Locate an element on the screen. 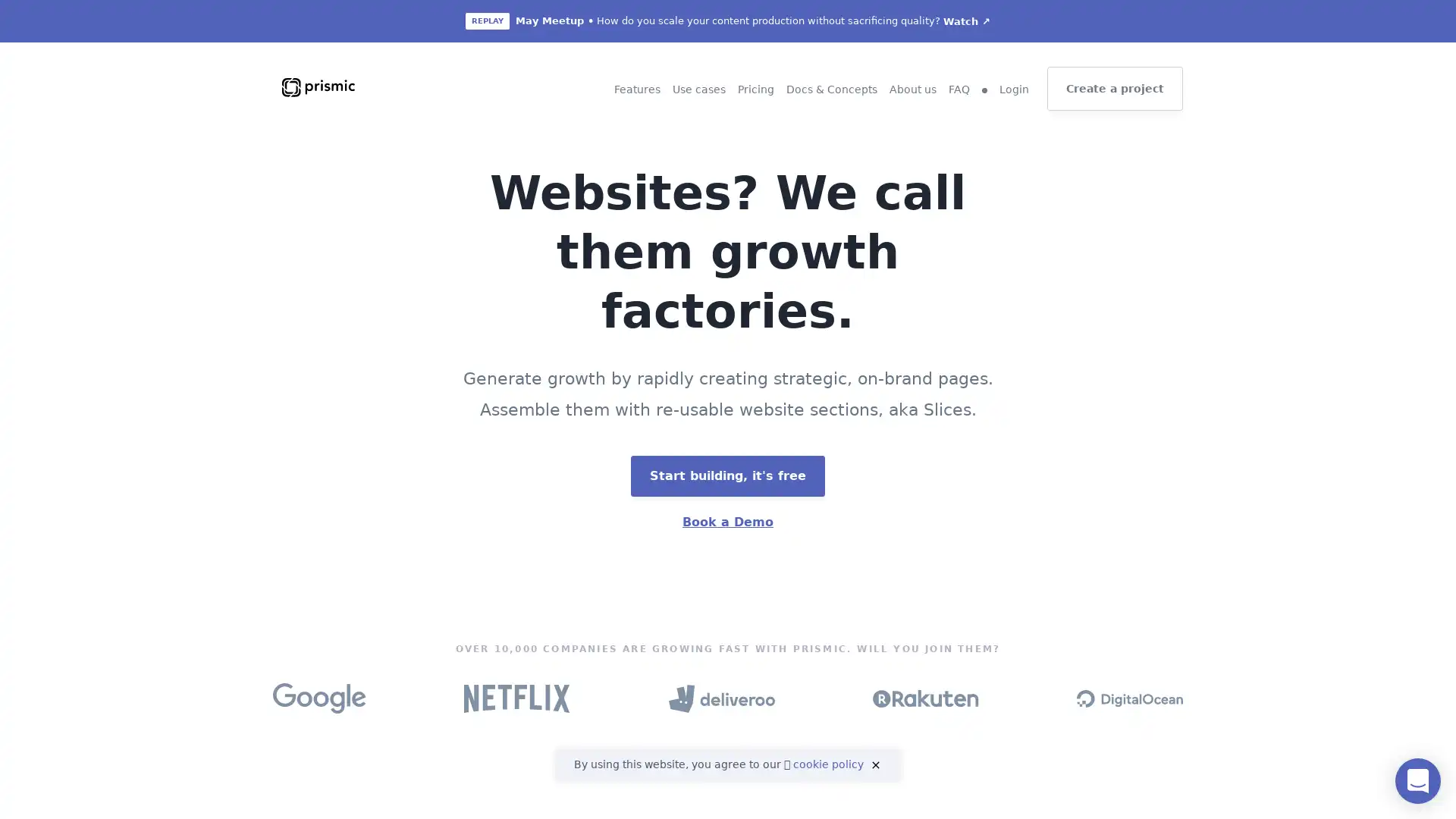 The height and width of the screenshot is (819, 1456). close is located at coordinates (876, 765).